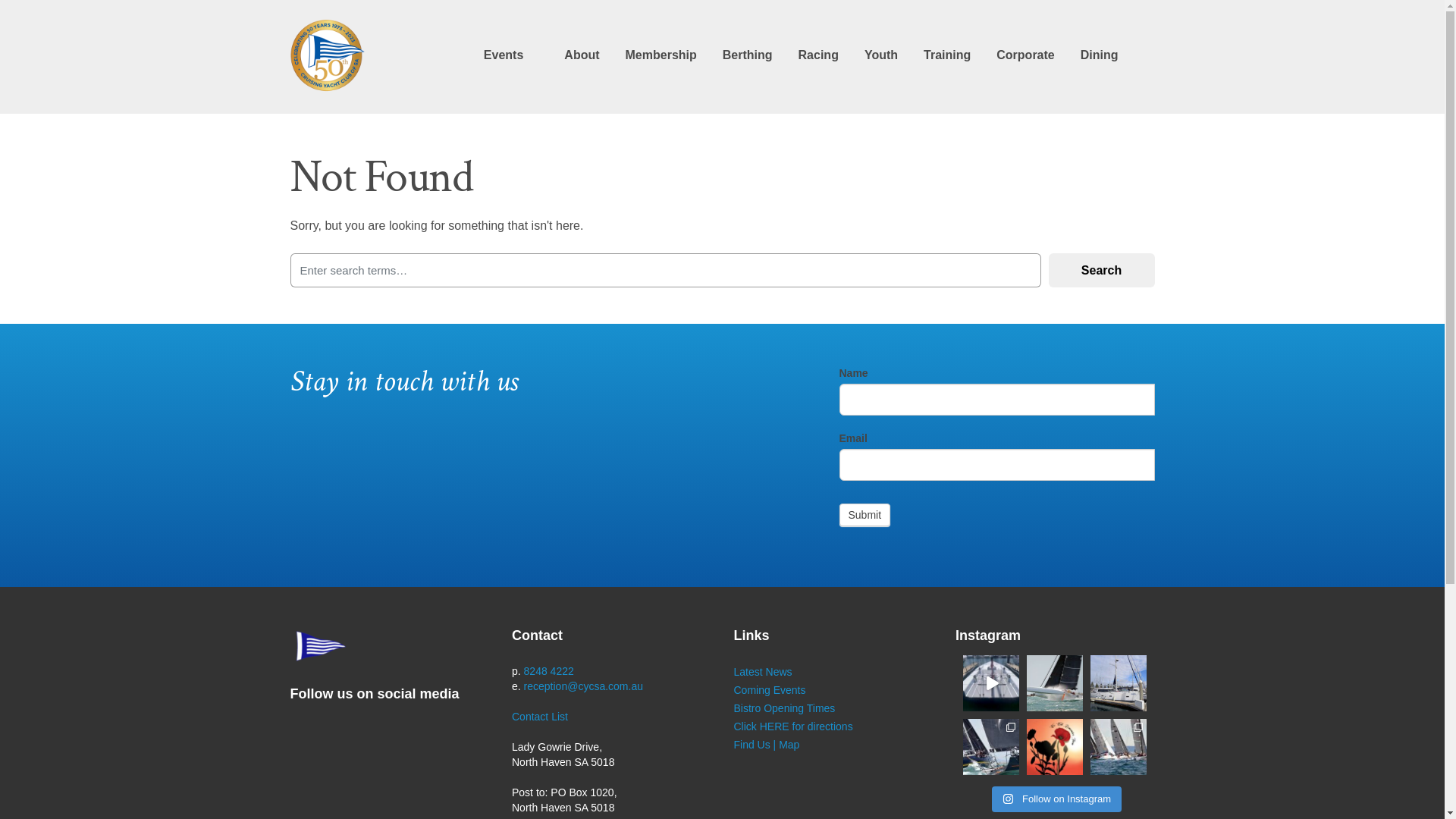 Image resolution: width=1456 pixels, height=819 pixels. What do you see at coordinates (785, 708) in the screenshot?
I see `'Bistro Opening Times'` at bounding box center [785, 708].